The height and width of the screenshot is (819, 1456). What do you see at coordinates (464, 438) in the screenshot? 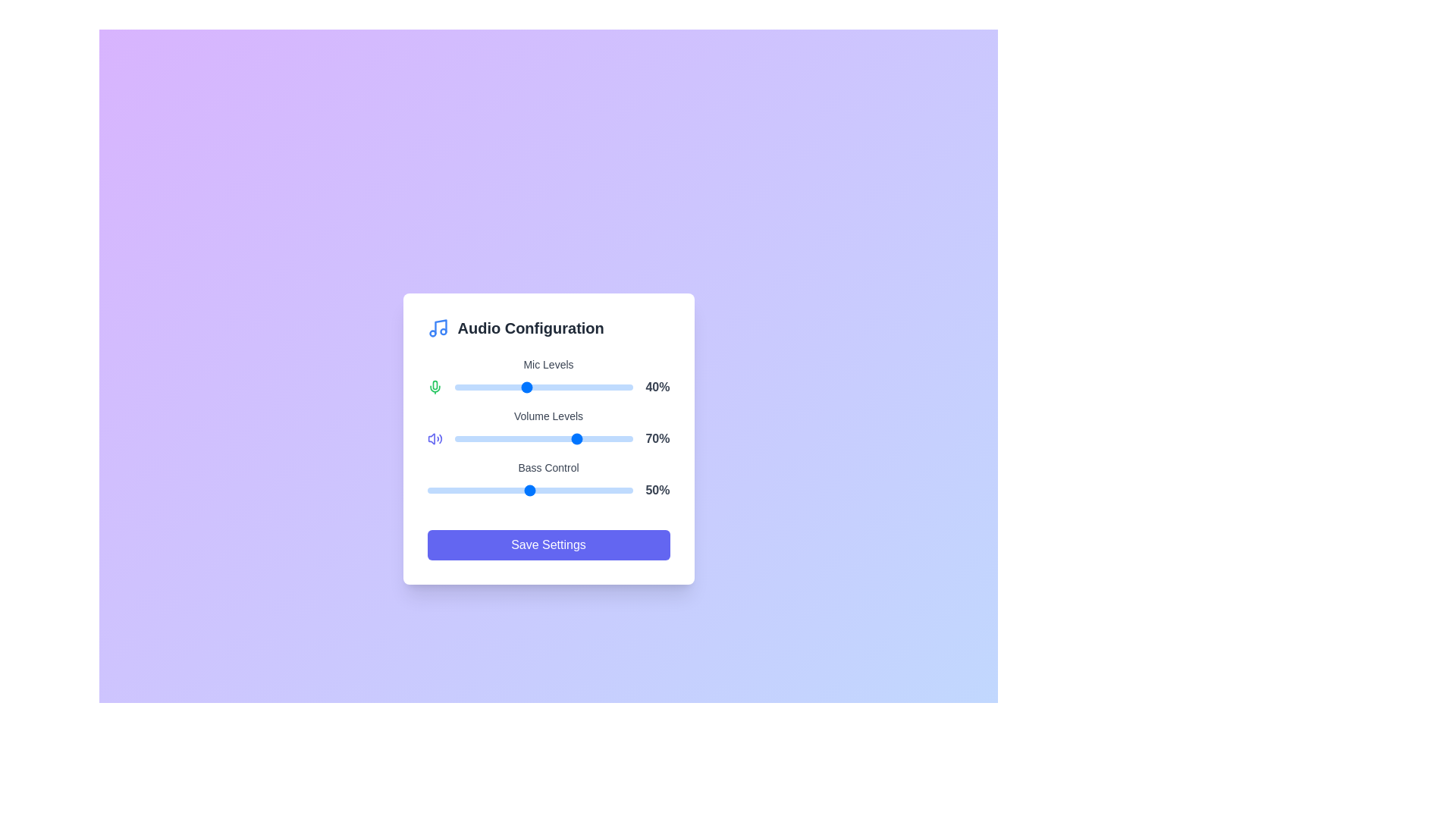
I see `the Volume Levels slider to 6% by dragging the slider` at bounding box center [464, 438].